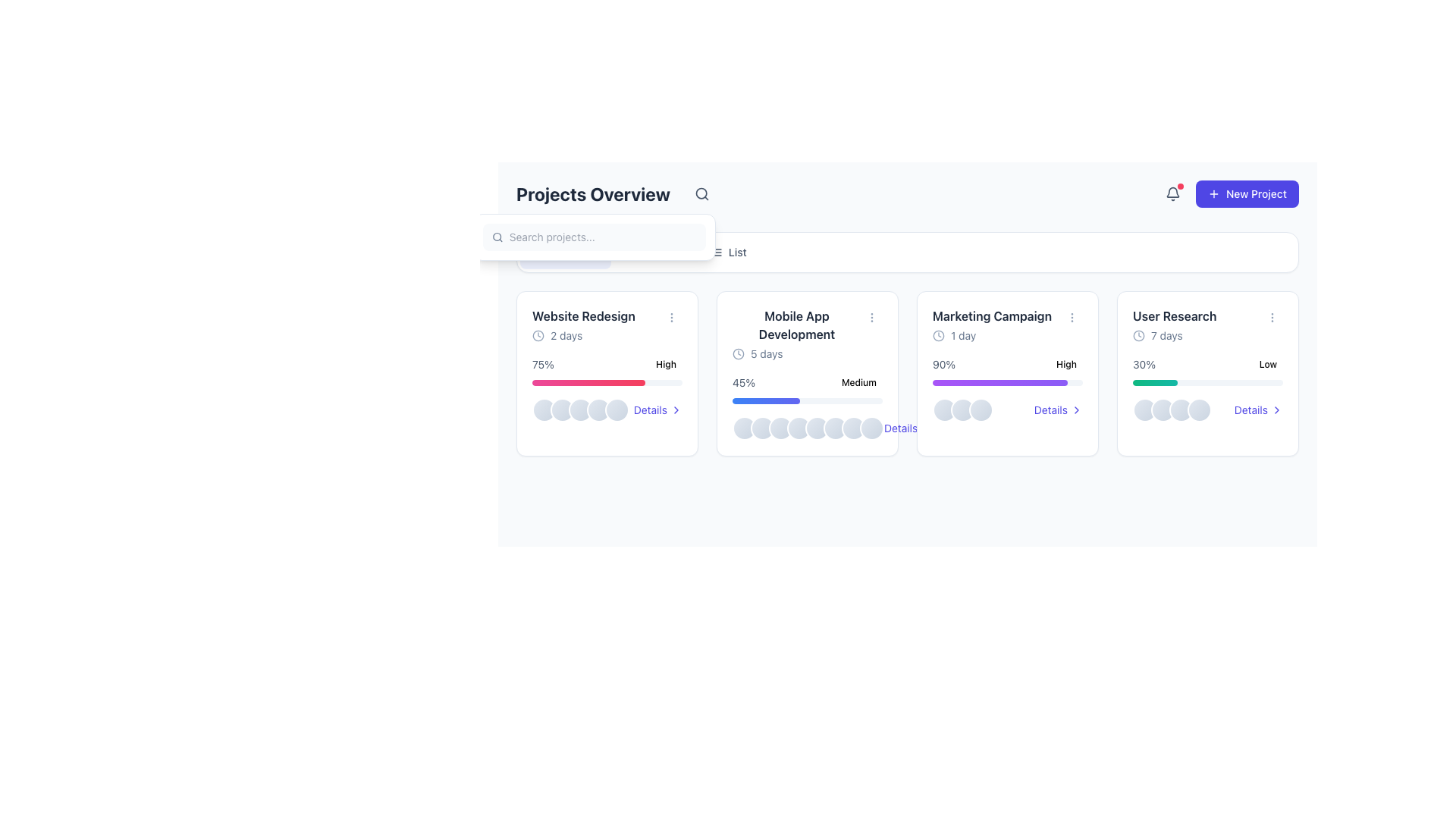 This screenshot has height=819, width=1456. Describe the element at coordinates (1008, 374) in the screenshot. I see `the progress bar of the marketing campaign project card located in the dashboard view` at that location.